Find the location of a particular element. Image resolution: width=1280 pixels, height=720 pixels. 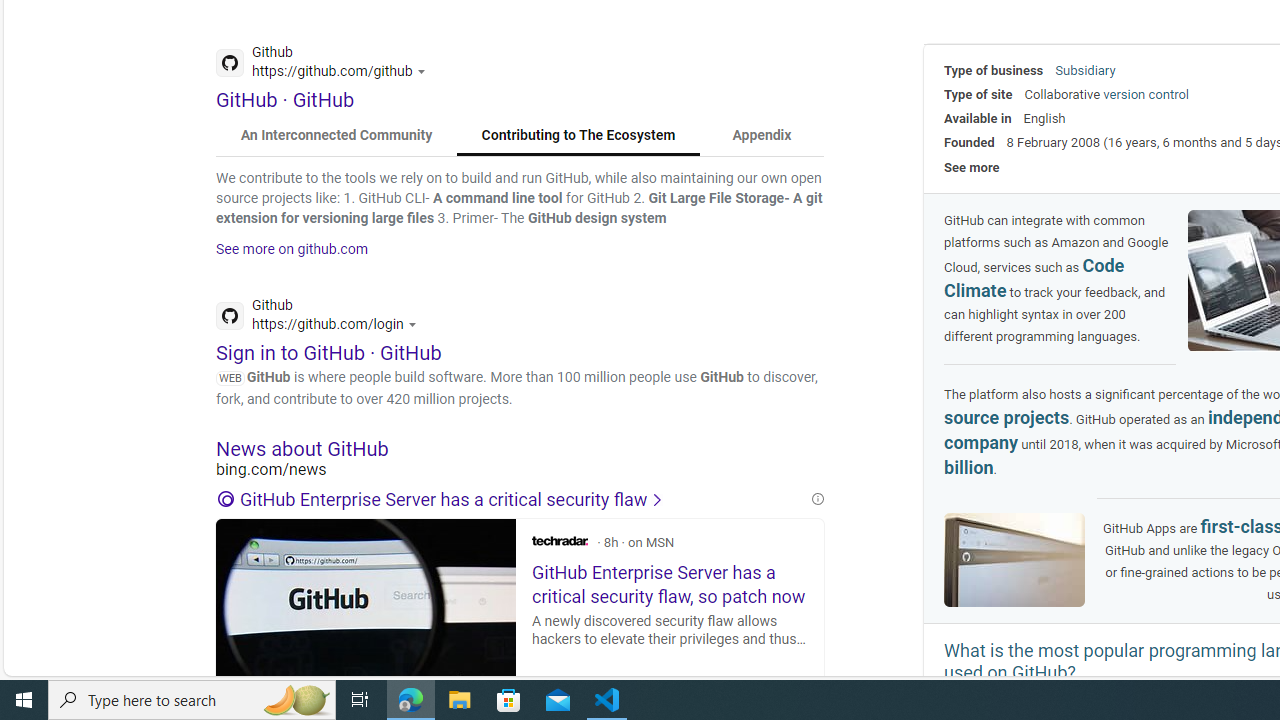

'version control' is located at coordinates (1146, 94).